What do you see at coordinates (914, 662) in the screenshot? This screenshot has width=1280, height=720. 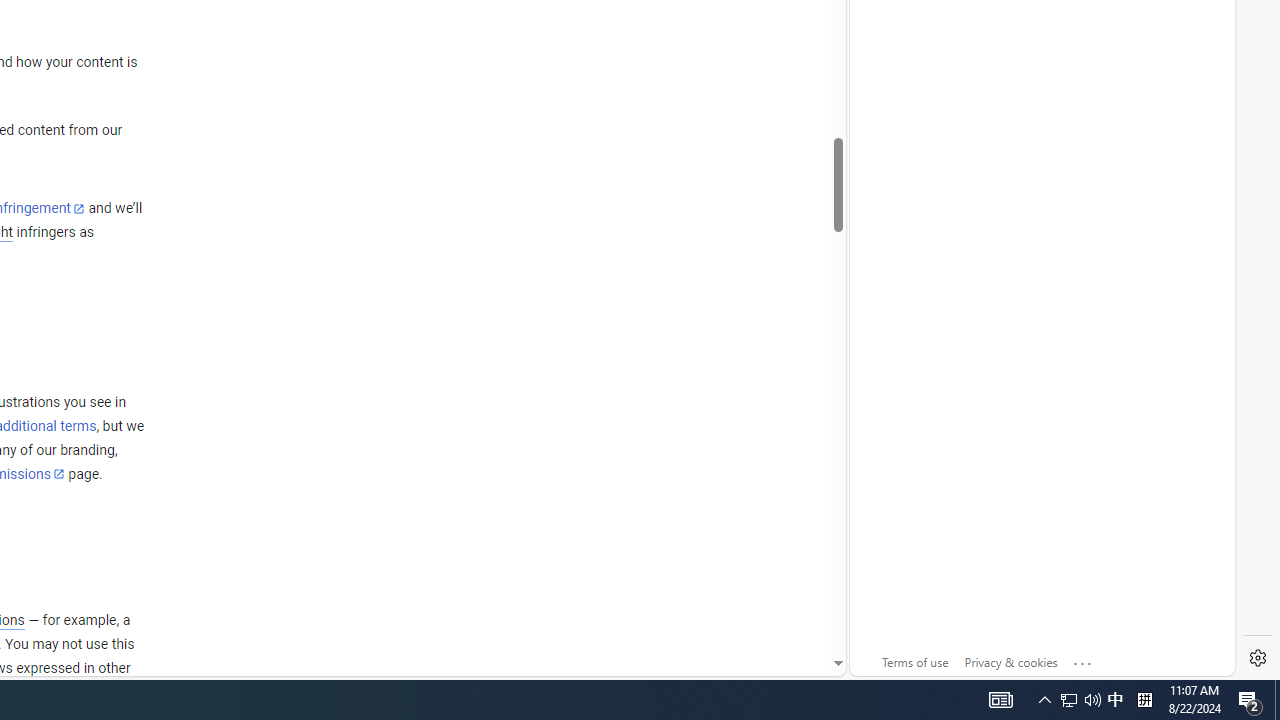 I see `'Terms of use'` at bounding box center [914, 662].